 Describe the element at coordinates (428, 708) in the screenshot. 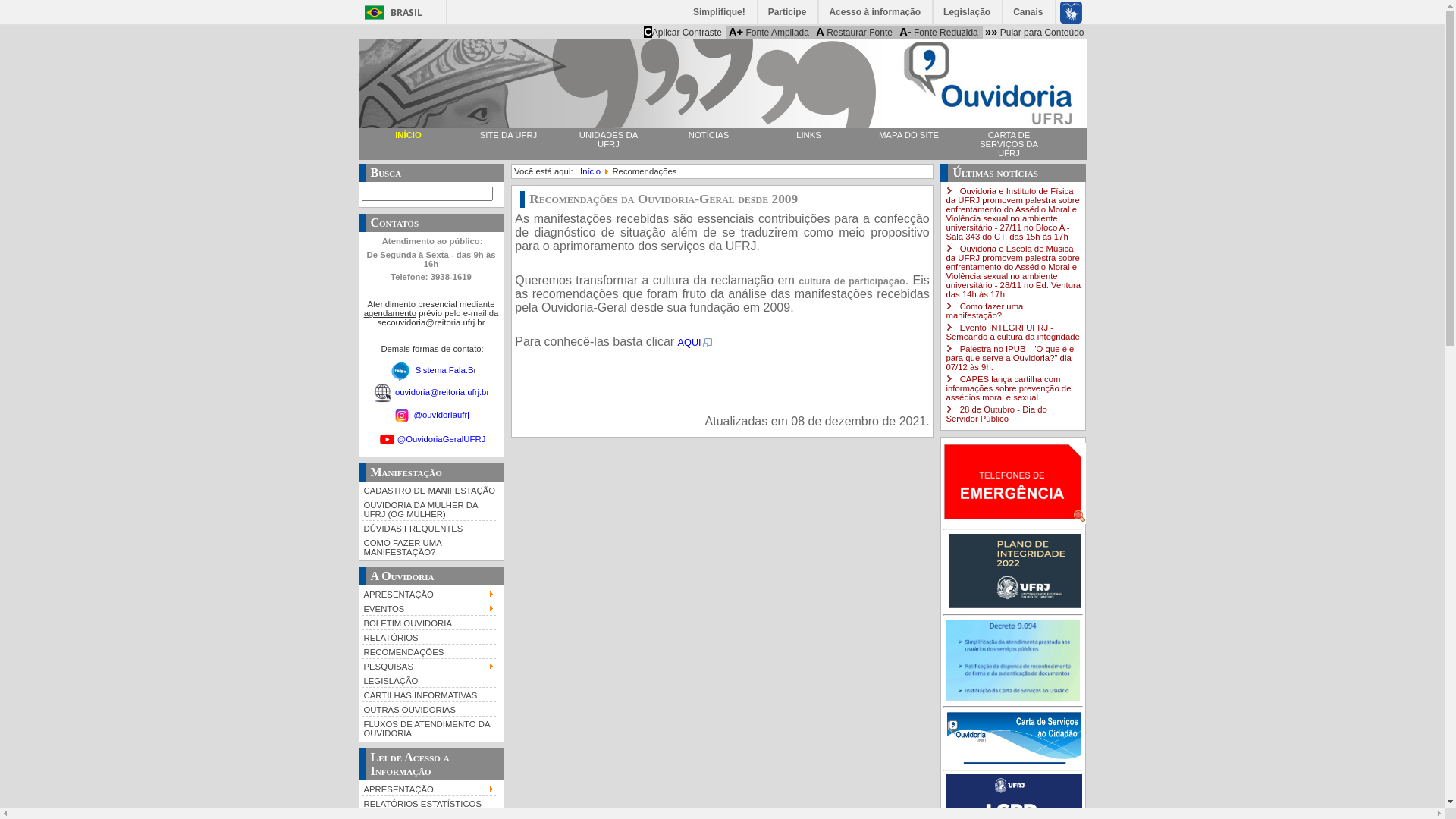

I see `'OUTRAS OUVIDORIAS'` at that location.